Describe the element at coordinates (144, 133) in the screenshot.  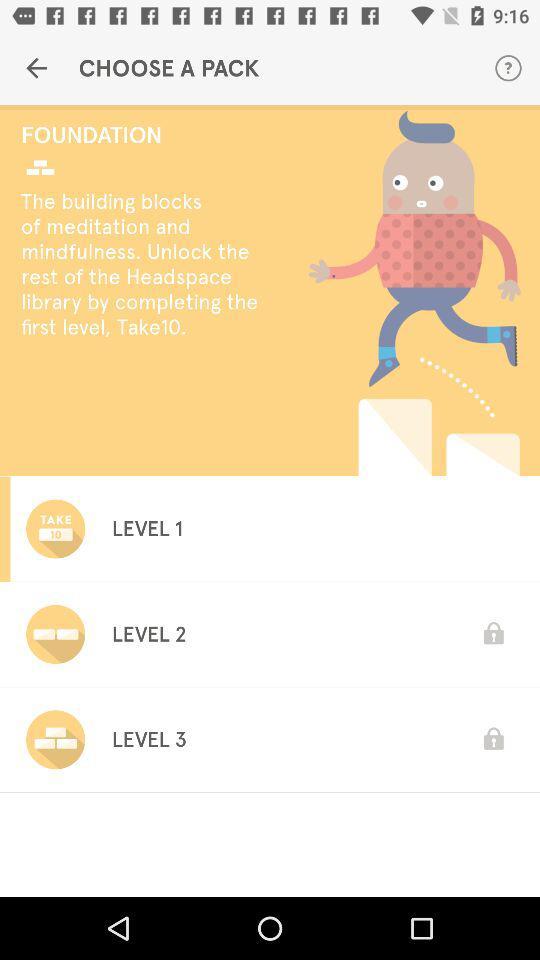
I see `foundation` at that location.